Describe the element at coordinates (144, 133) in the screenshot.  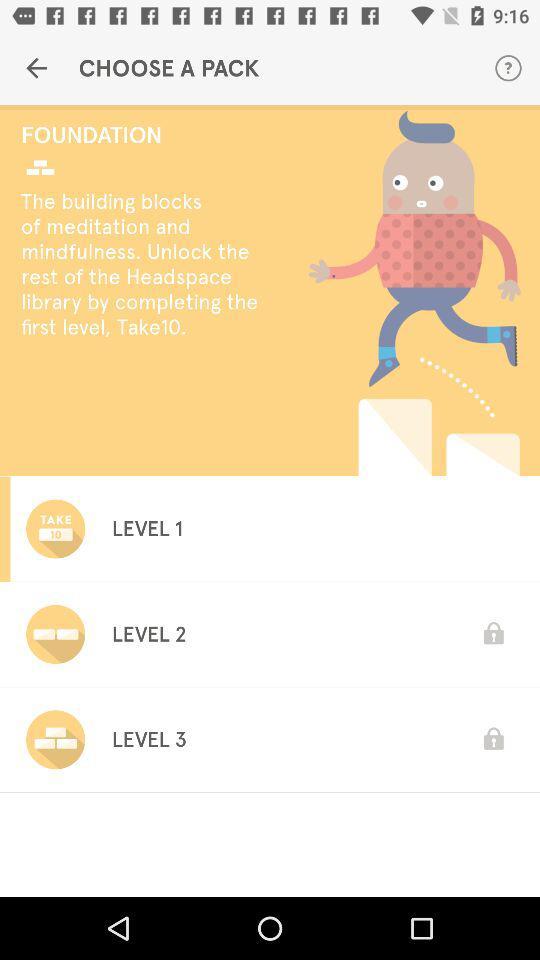
I see `foundation` at that location.